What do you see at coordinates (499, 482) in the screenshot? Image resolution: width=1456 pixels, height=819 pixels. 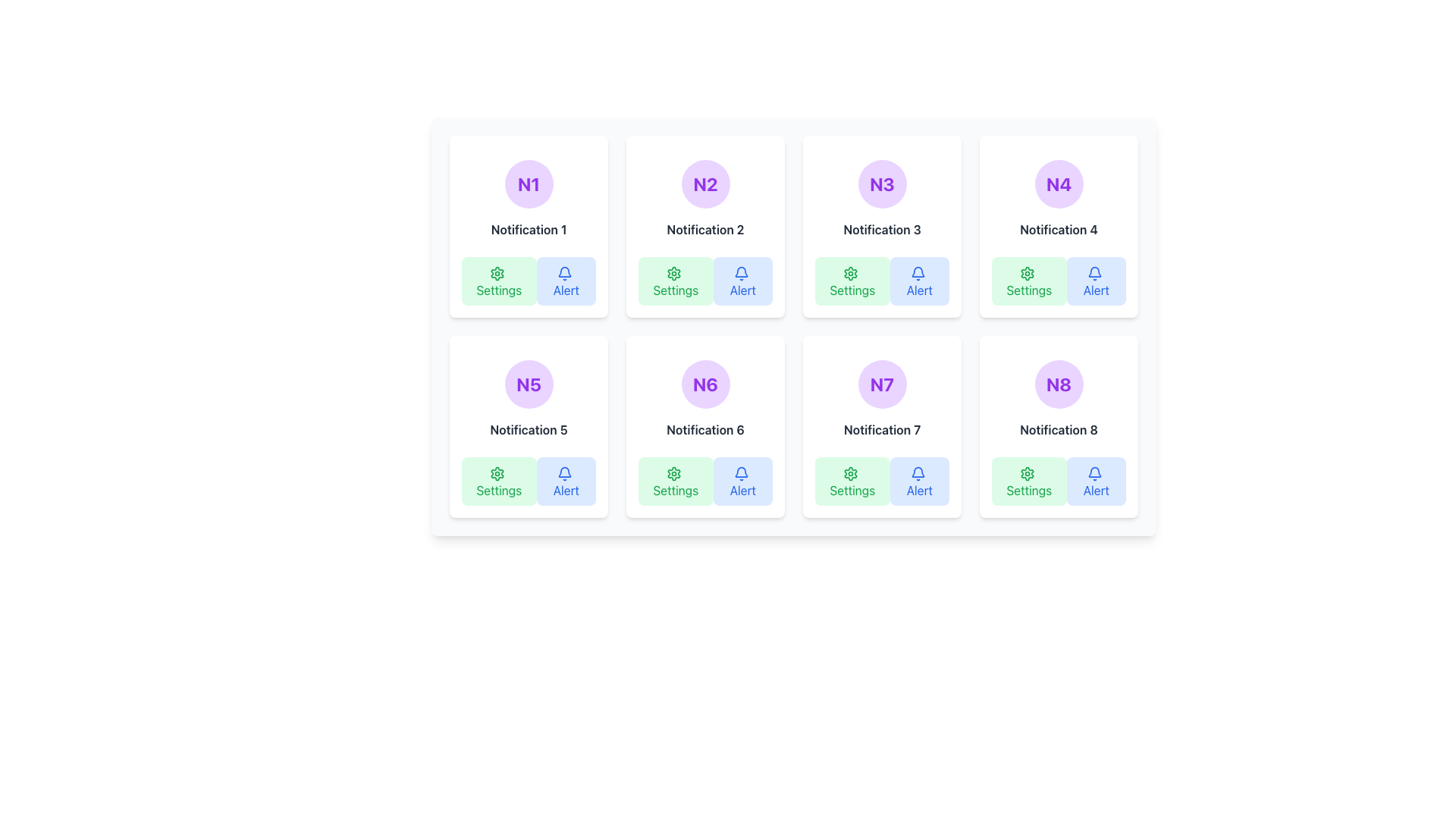 I see `the 'Settings' button with a light green background and dark green text located in the lower-left corner of 'Notification 5'` at bounding box center [499, 482].